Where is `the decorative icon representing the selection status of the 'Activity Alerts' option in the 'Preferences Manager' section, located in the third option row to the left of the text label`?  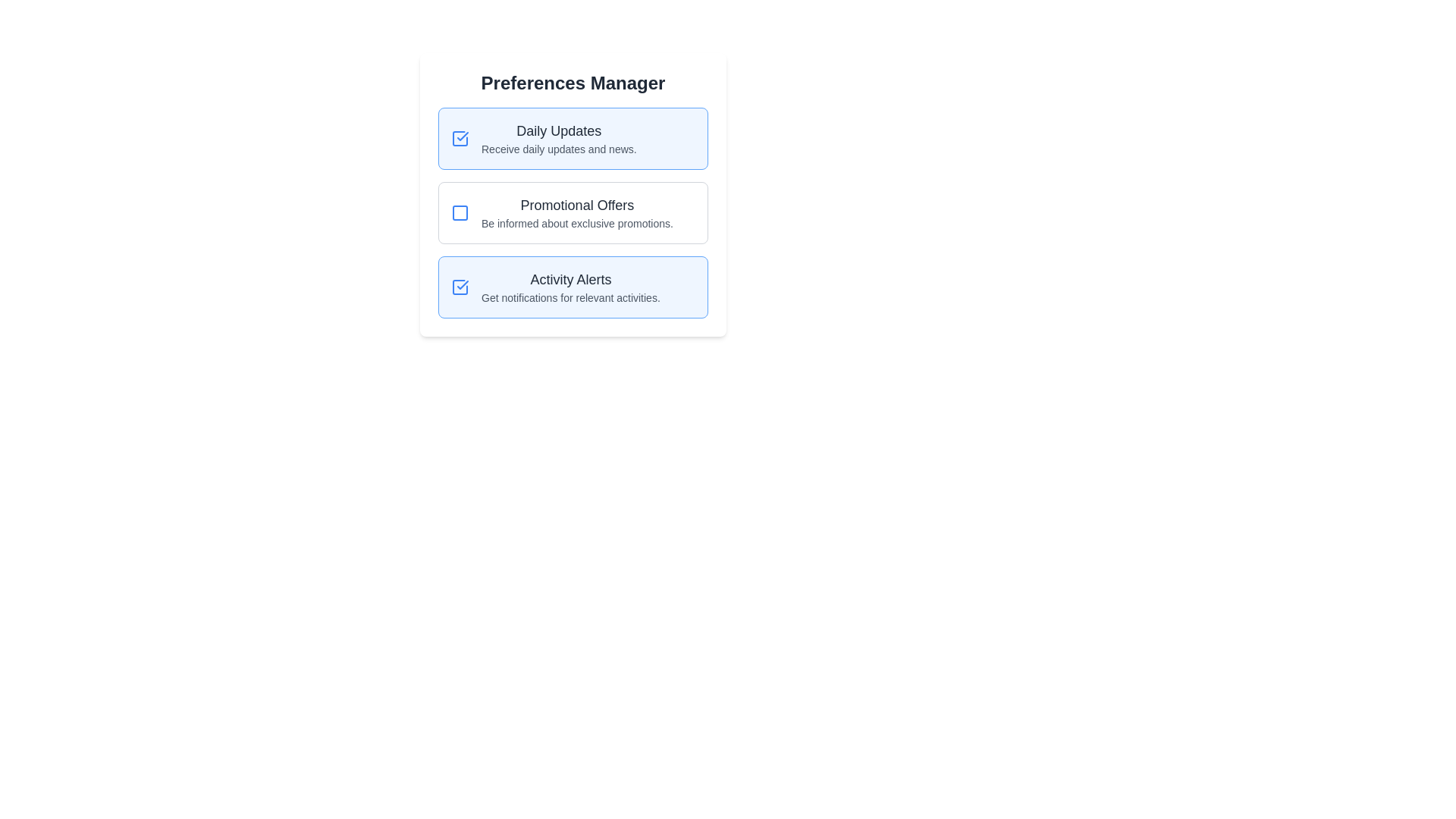 the decorative icon representing the selection status of the 'Activity Alerts' option in the 'Preferences Manager' section, located in the third option row to the left of the text label is located at coordinates (462, 284).